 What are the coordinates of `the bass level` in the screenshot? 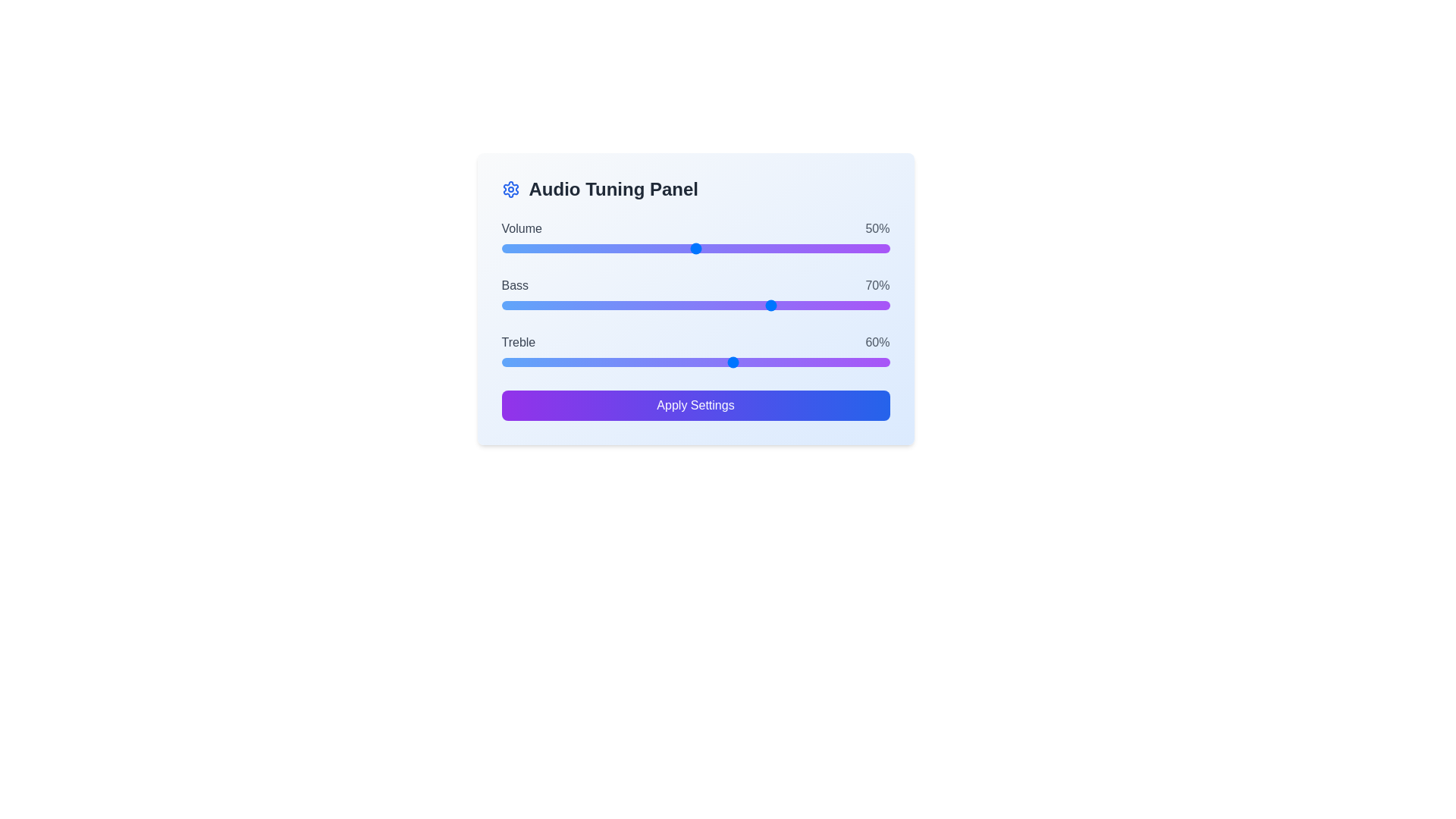 It's located at (570, 305).